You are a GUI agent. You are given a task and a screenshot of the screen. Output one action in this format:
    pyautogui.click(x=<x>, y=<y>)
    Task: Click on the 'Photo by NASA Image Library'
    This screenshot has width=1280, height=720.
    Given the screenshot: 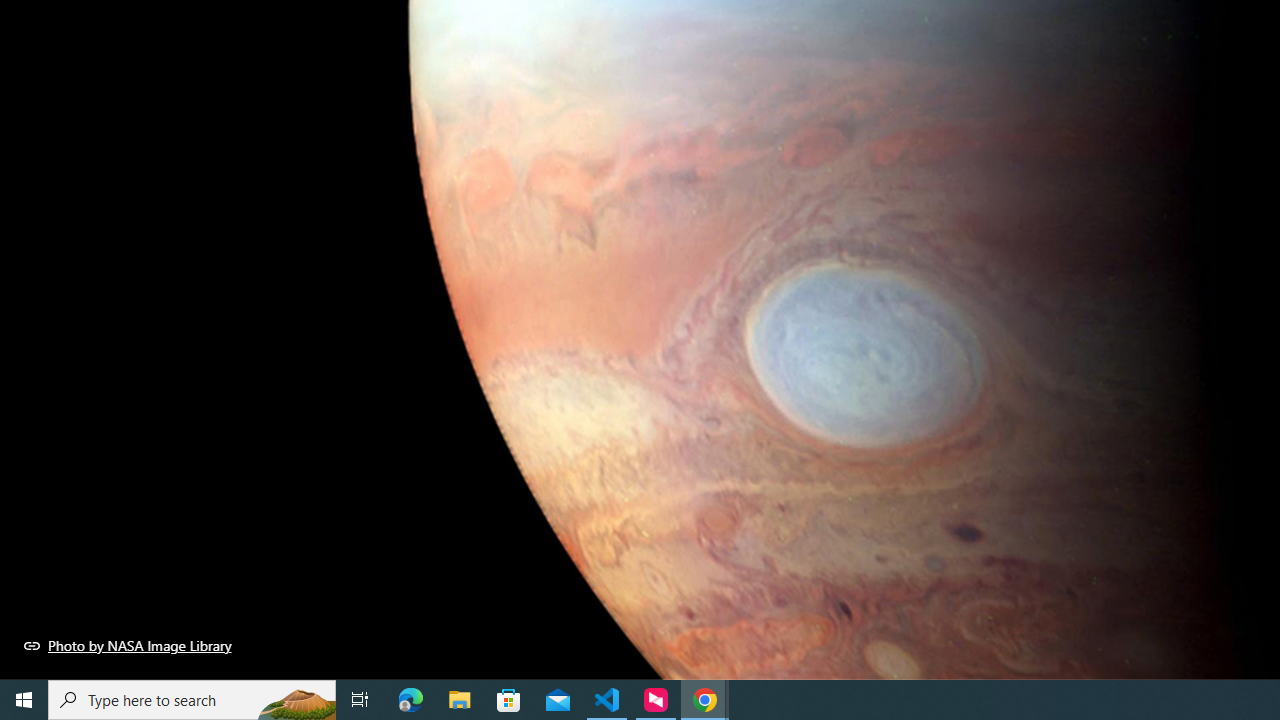 What is the action you would take?
    pyautogui.click(x=127, y=645)
    